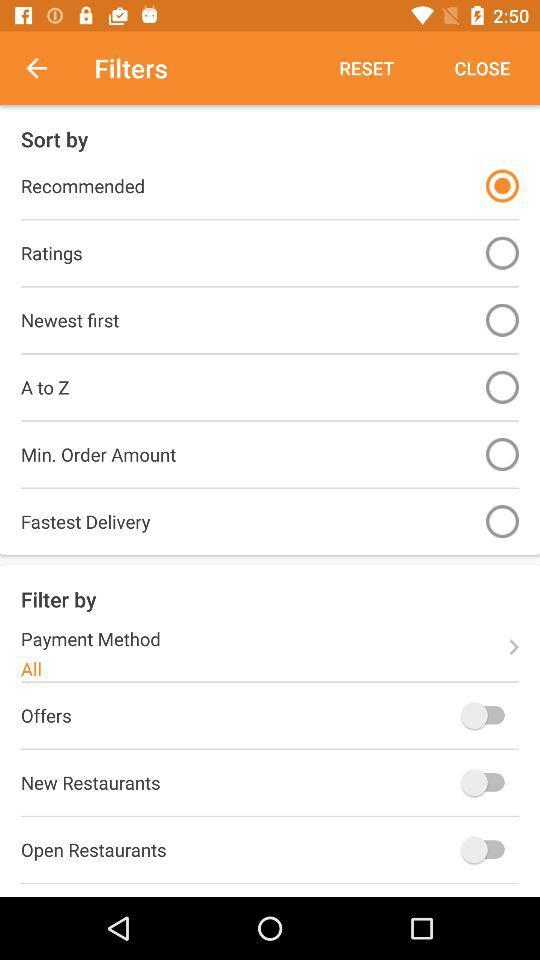  Describe the element at coordinates (501, 186) in the screenshot. I see `option` at that location.